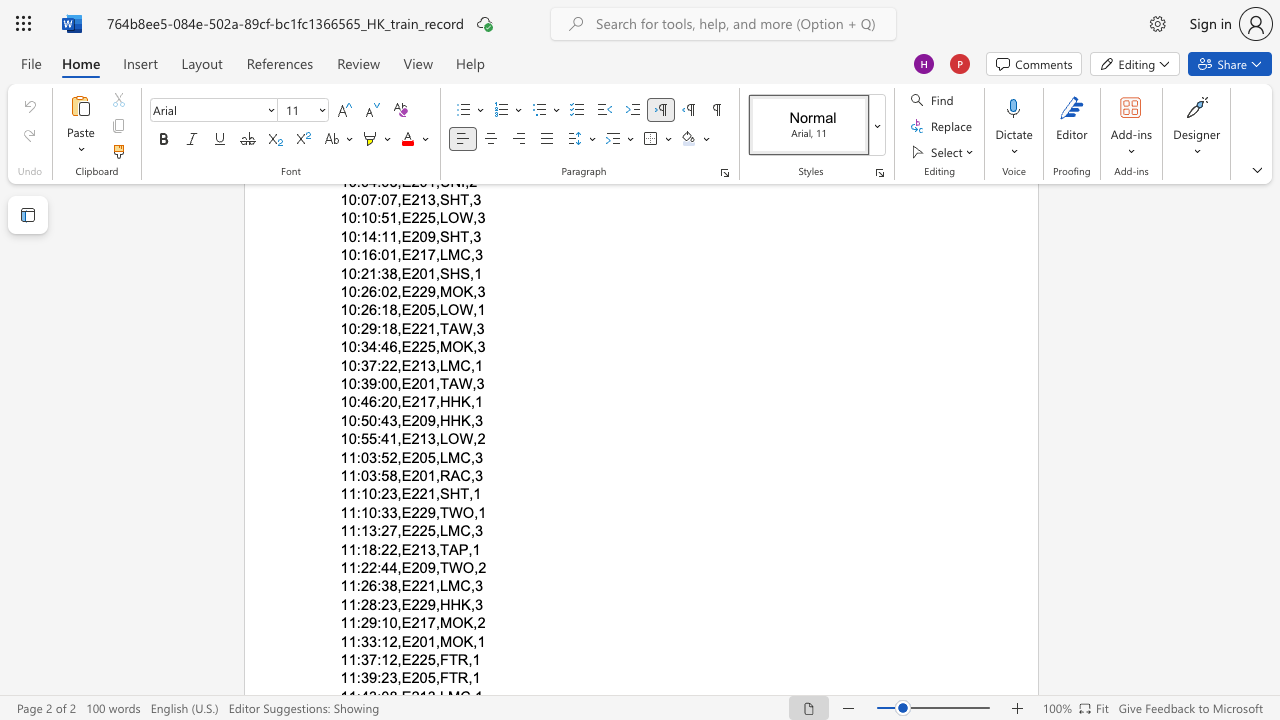 The height and width of the screenshot is (720, 1280). What do you see at coordinates (360, 660) in the screenshot?
I see `the subset text "37:" within the text "11:37:12,E225,FTR,1"` at bounding box center [360, 660].